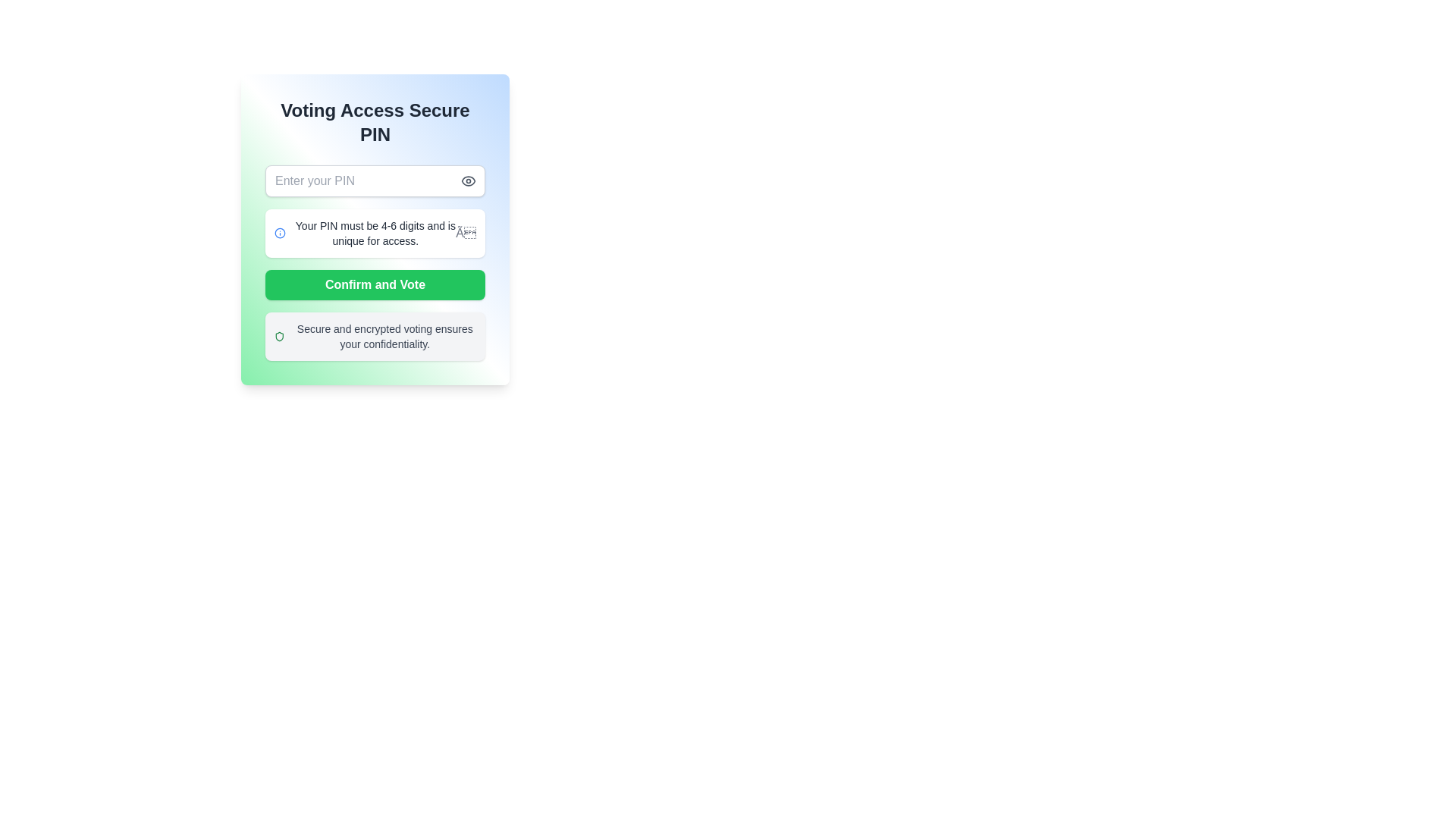 The width and height of the screenshot is (1456, 819). Describe the element at coordinates (375, 234) in the screenshot. I see `informative text from the Notification banner located below the PIN input field and above the ‘Confirm and Vote’ button, which provides details on PIN requirements for access` at that location.